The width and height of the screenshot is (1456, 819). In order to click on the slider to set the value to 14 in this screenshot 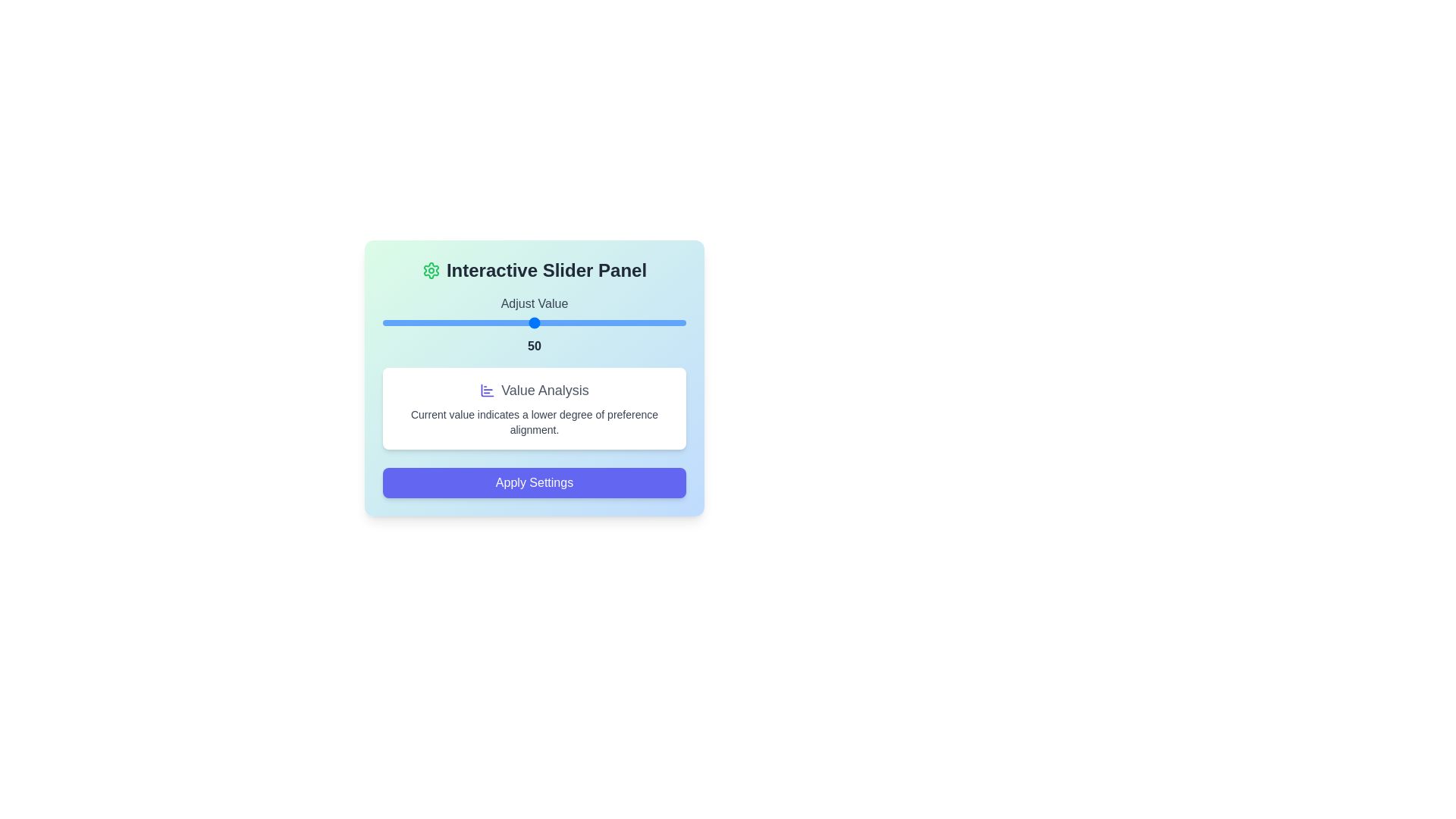, I will do `click(425, 322)`.